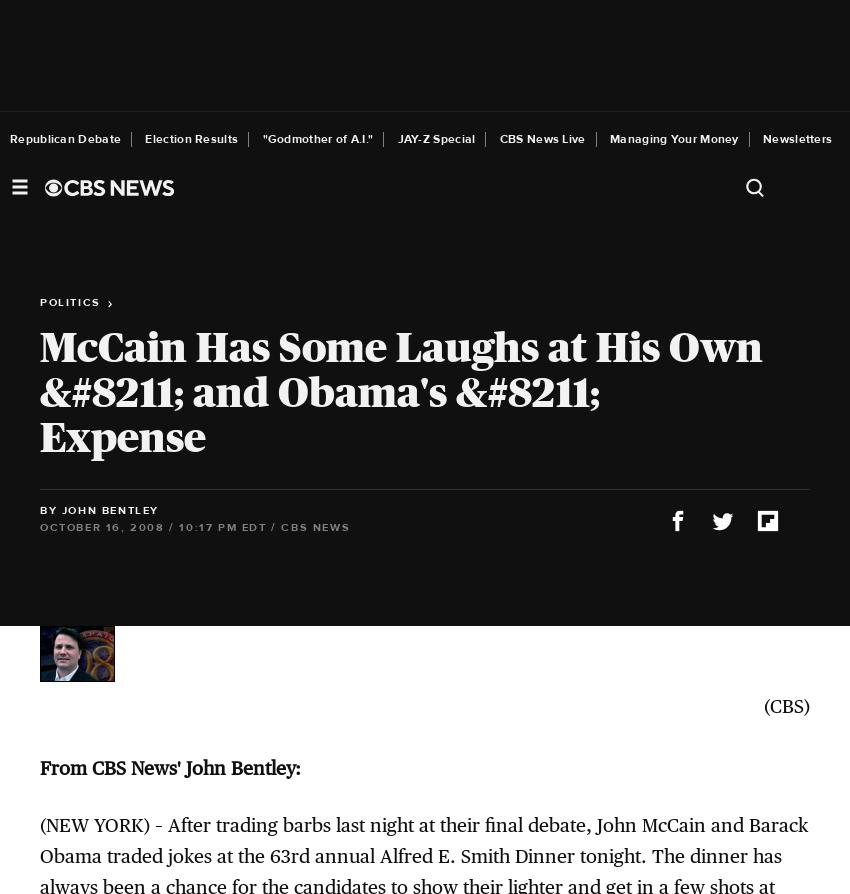 This screenshot has height=894, width=850. What do you see at coordinates (170, 767) in the screenshot?
I see `'From CBS News' John Bentley:'` at bounding box center [170, 767].